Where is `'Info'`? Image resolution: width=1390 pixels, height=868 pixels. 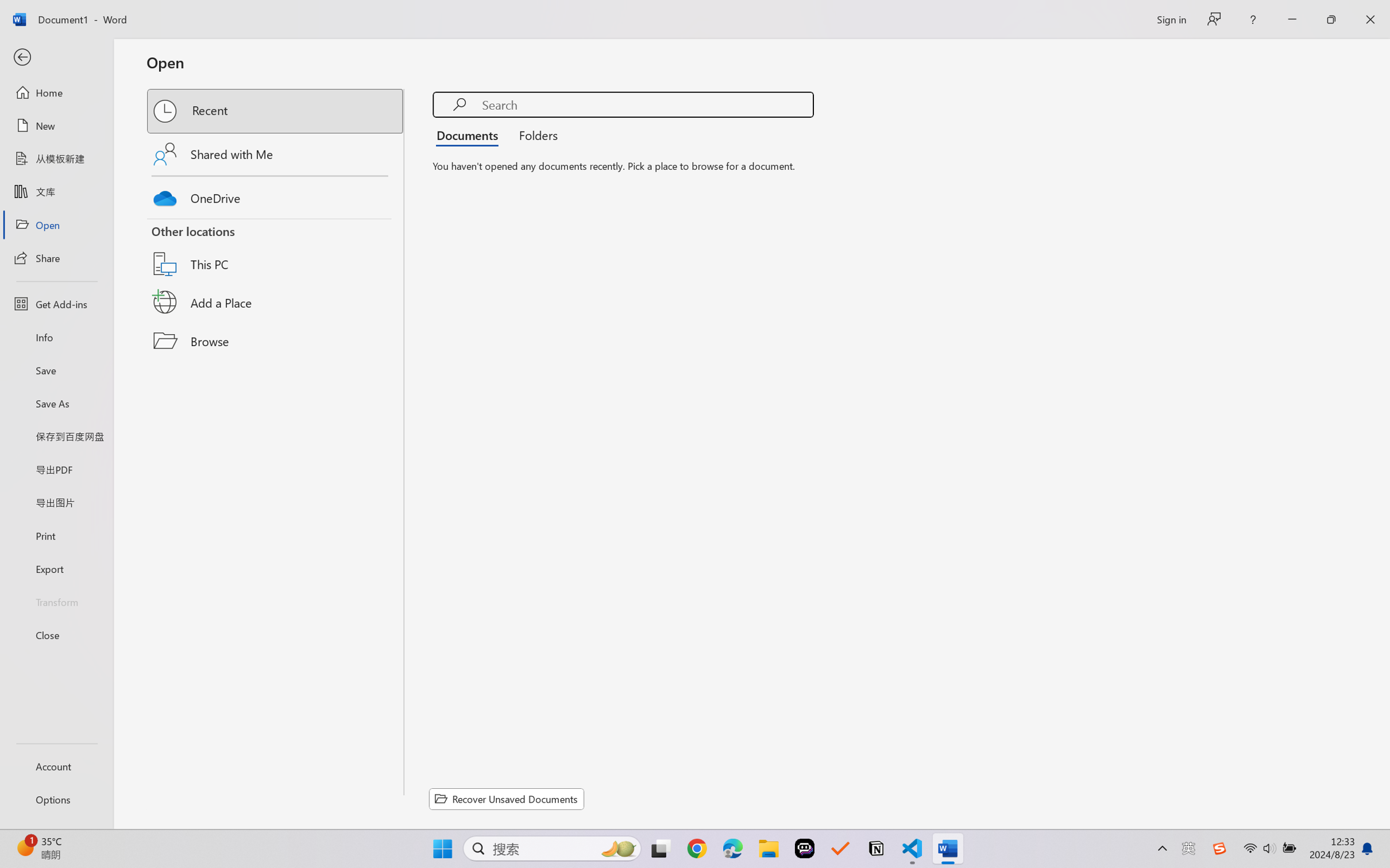 'Info' is located at coordinates (56, 336).